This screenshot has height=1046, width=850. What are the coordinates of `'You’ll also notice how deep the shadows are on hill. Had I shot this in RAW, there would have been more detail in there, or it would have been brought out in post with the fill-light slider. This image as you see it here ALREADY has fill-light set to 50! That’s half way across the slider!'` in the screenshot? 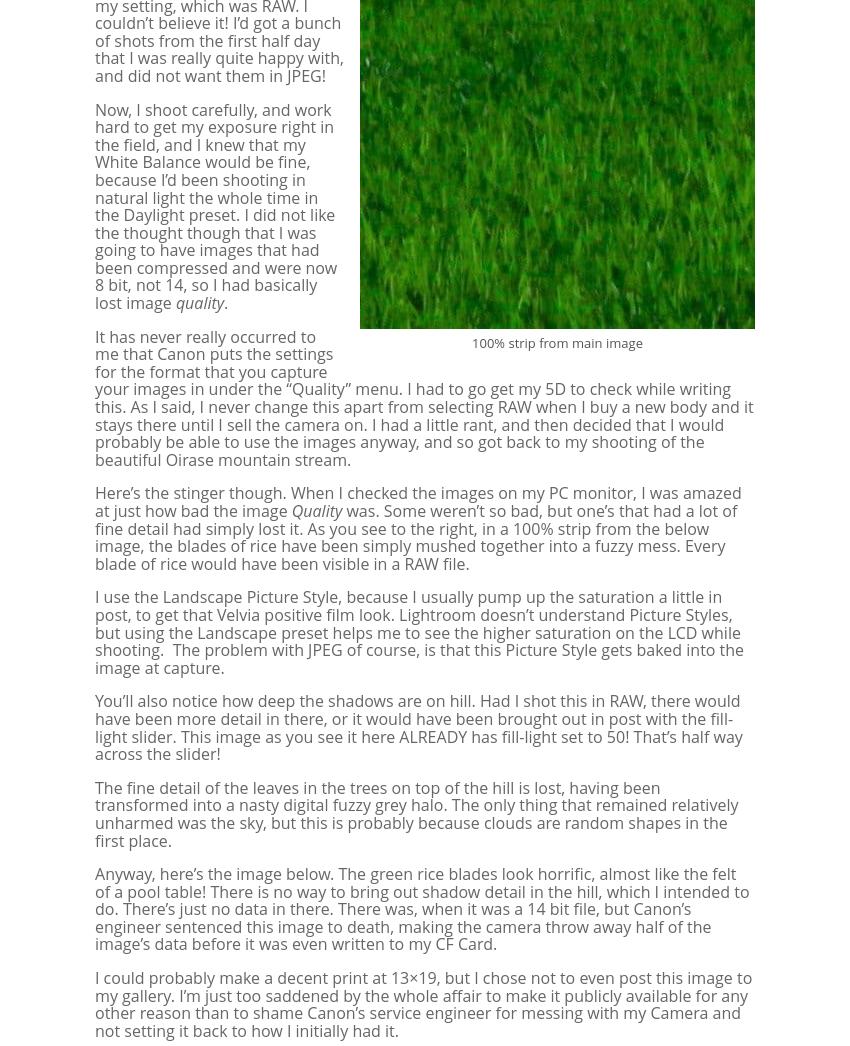 It's located at (418, 727).